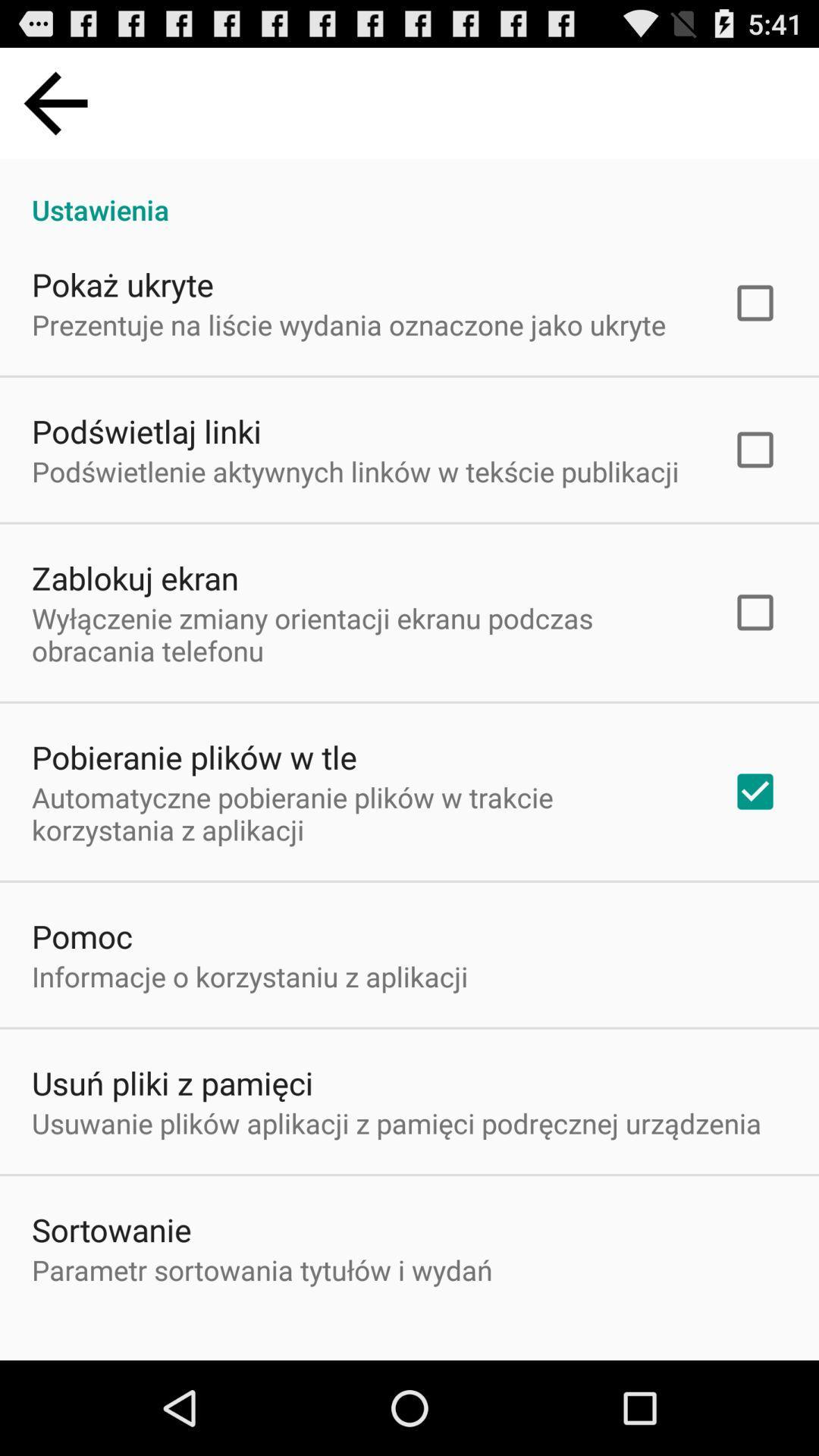 The height and width of the screenshot is (1456, 819). Describe the element at coordinates (362, 812) in the screenshot. I see `the item above pomoc item` at that location.